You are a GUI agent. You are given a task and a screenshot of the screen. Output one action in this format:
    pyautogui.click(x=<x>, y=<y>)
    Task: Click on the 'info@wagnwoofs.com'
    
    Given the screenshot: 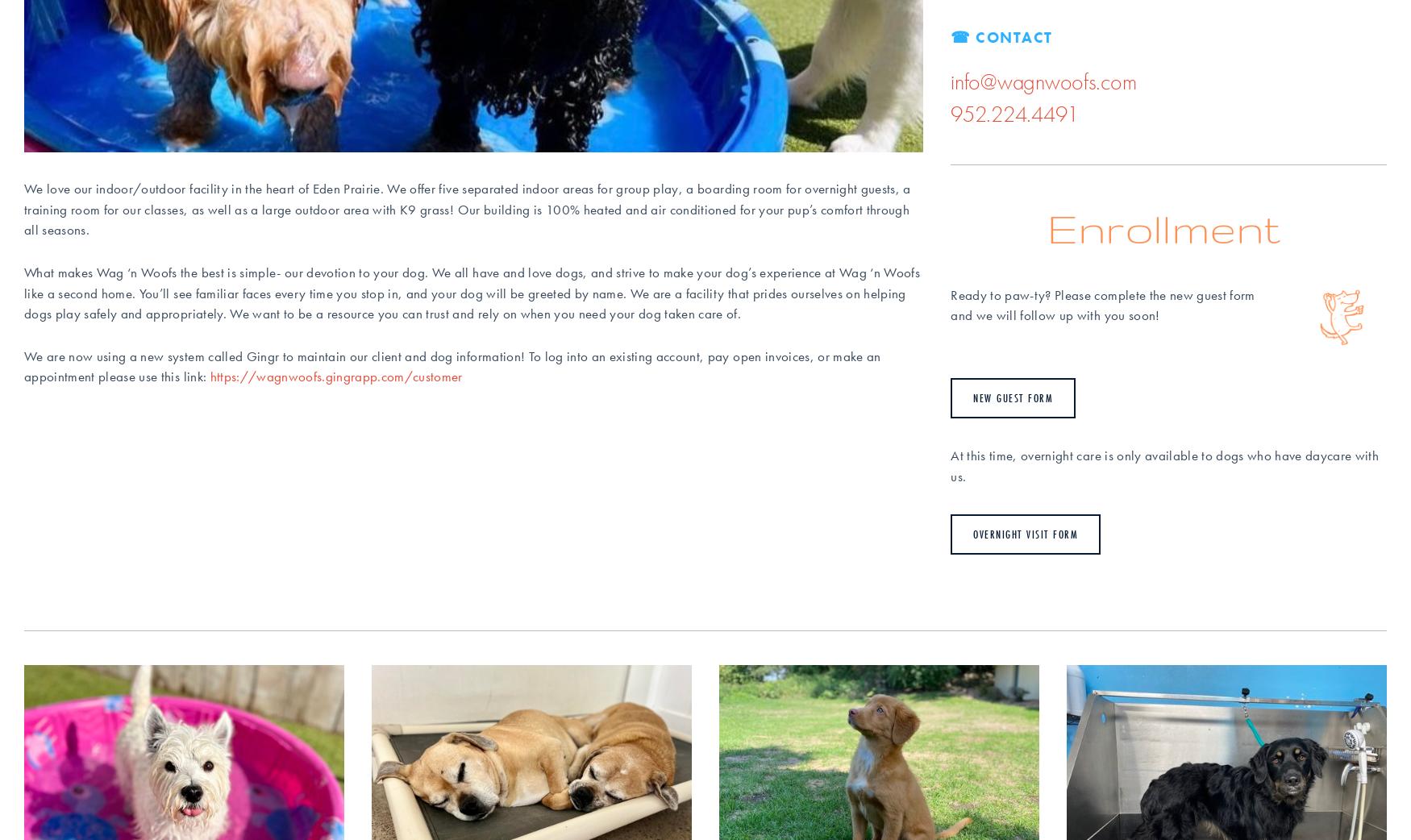 What is the action you would take?
    pyautogui.click(x=949, y=81)
    